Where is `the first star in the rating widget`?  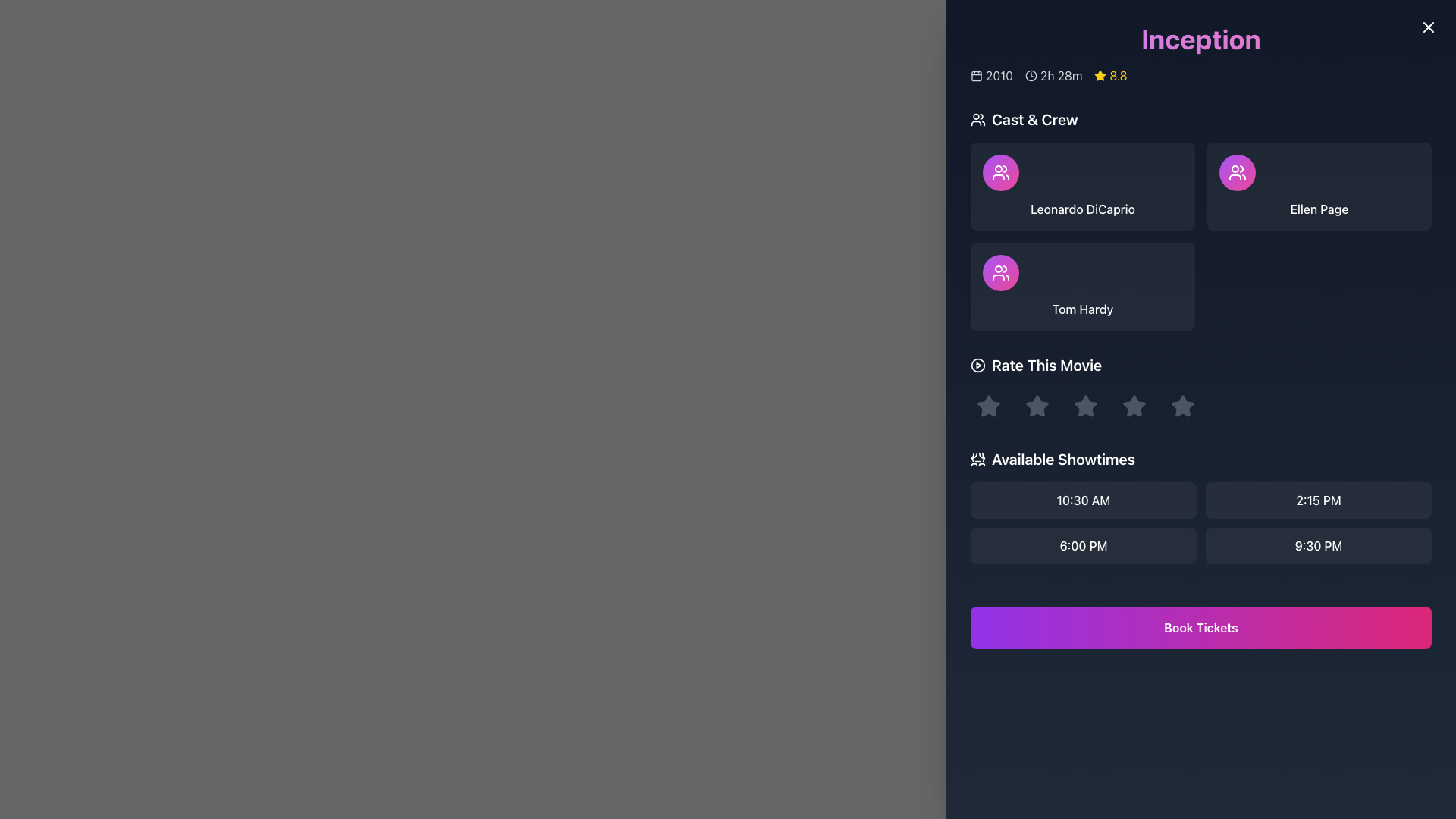 the first star in the rating widget is located at coordinates (989, 406).